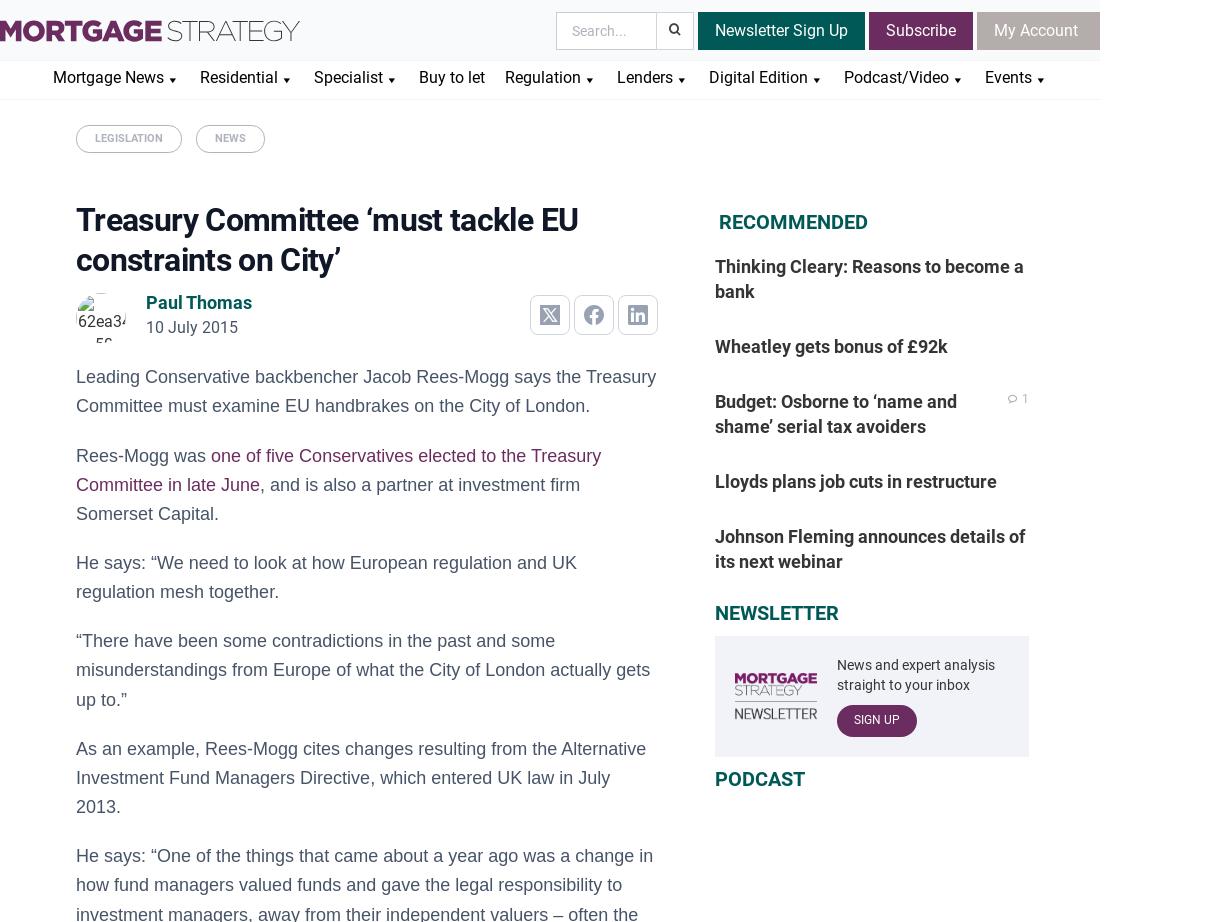 The height and width of the screenshot is (922, 1225). Describe the element at coordinates (198, 301) in the screenshot. I see `'Paul Thomas'` at that location.